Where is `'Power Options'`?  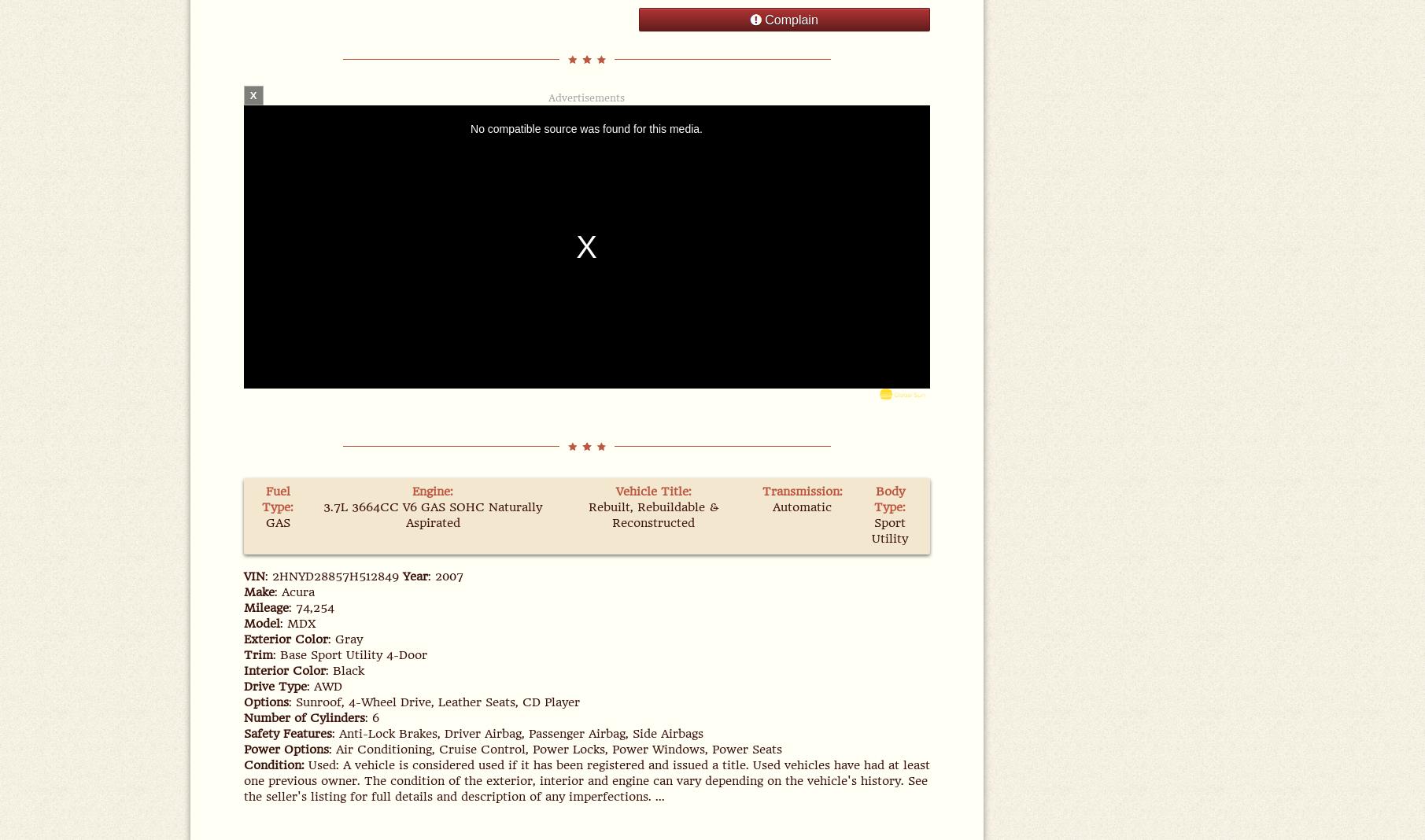 'Power Options' is located at coordinates (284, 749).